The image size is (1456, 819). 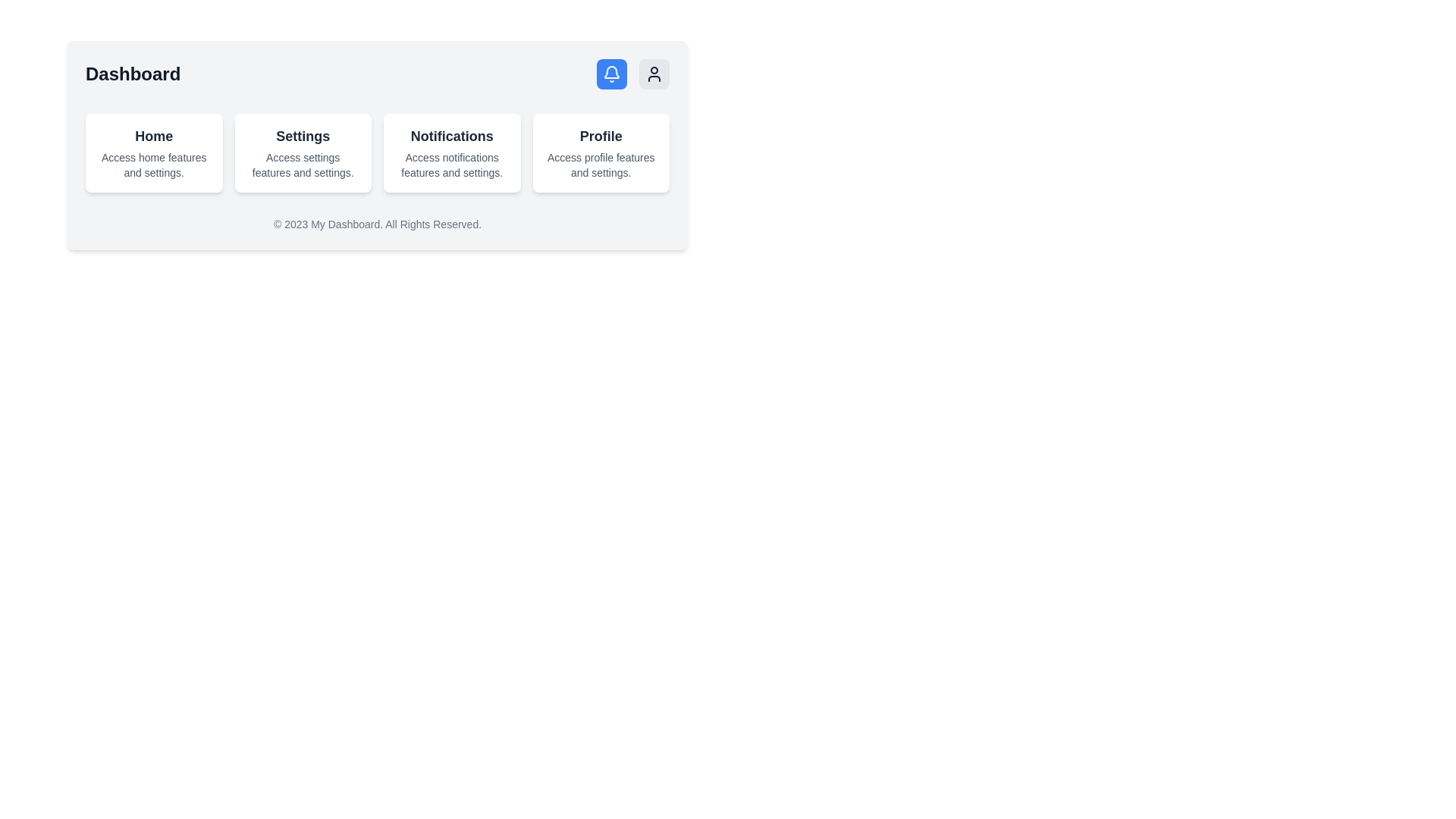 I want to click on the 'Profile' card located in the top-right corner of the grid layout, so click(x=600, y=152).